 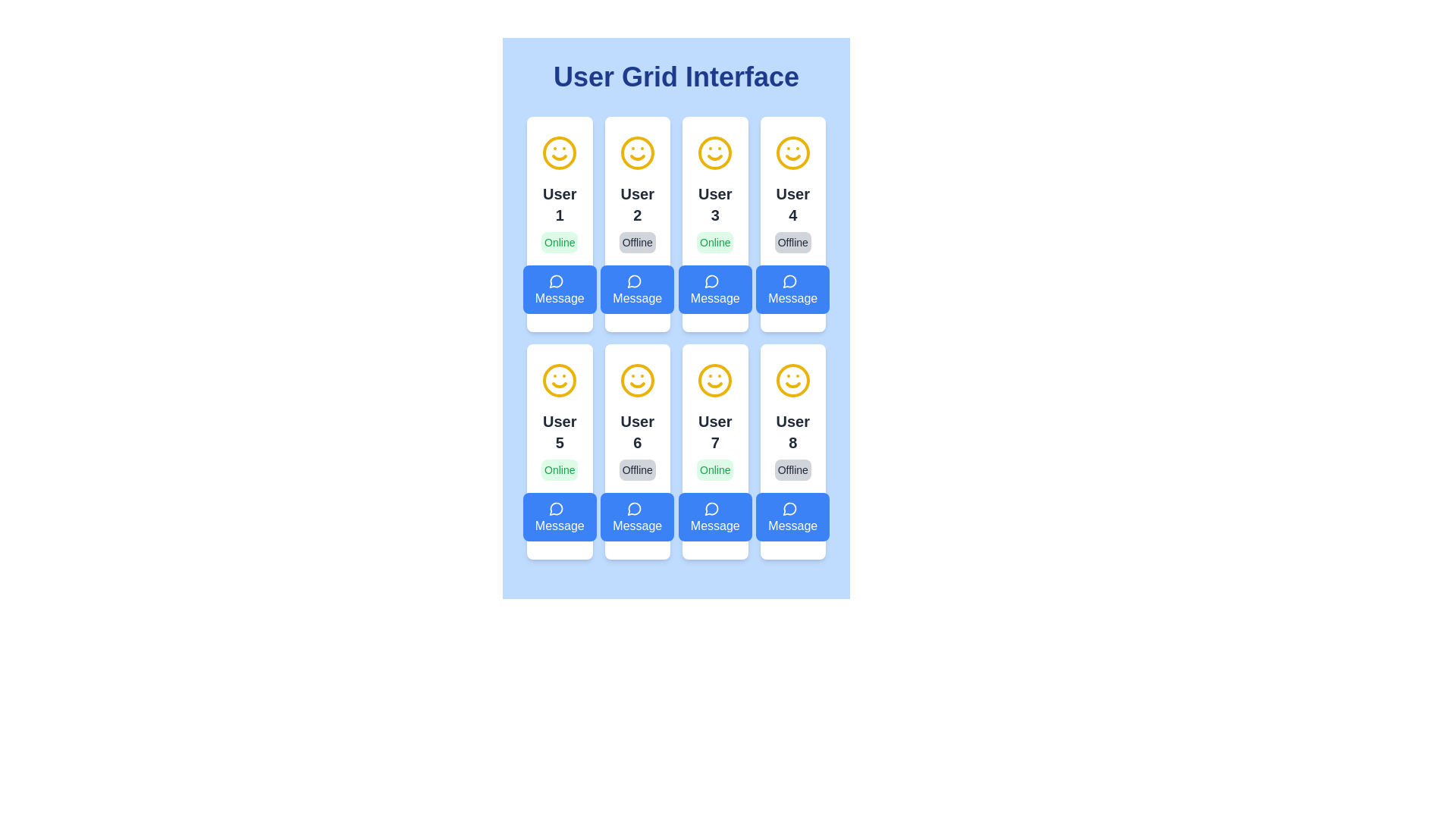 I want to click on the decorative smiling face icon located inside the tile for 'User 2', which is positioned at the top-center of the tile in the first row and second column of the grid, so click(x=637, y=152).